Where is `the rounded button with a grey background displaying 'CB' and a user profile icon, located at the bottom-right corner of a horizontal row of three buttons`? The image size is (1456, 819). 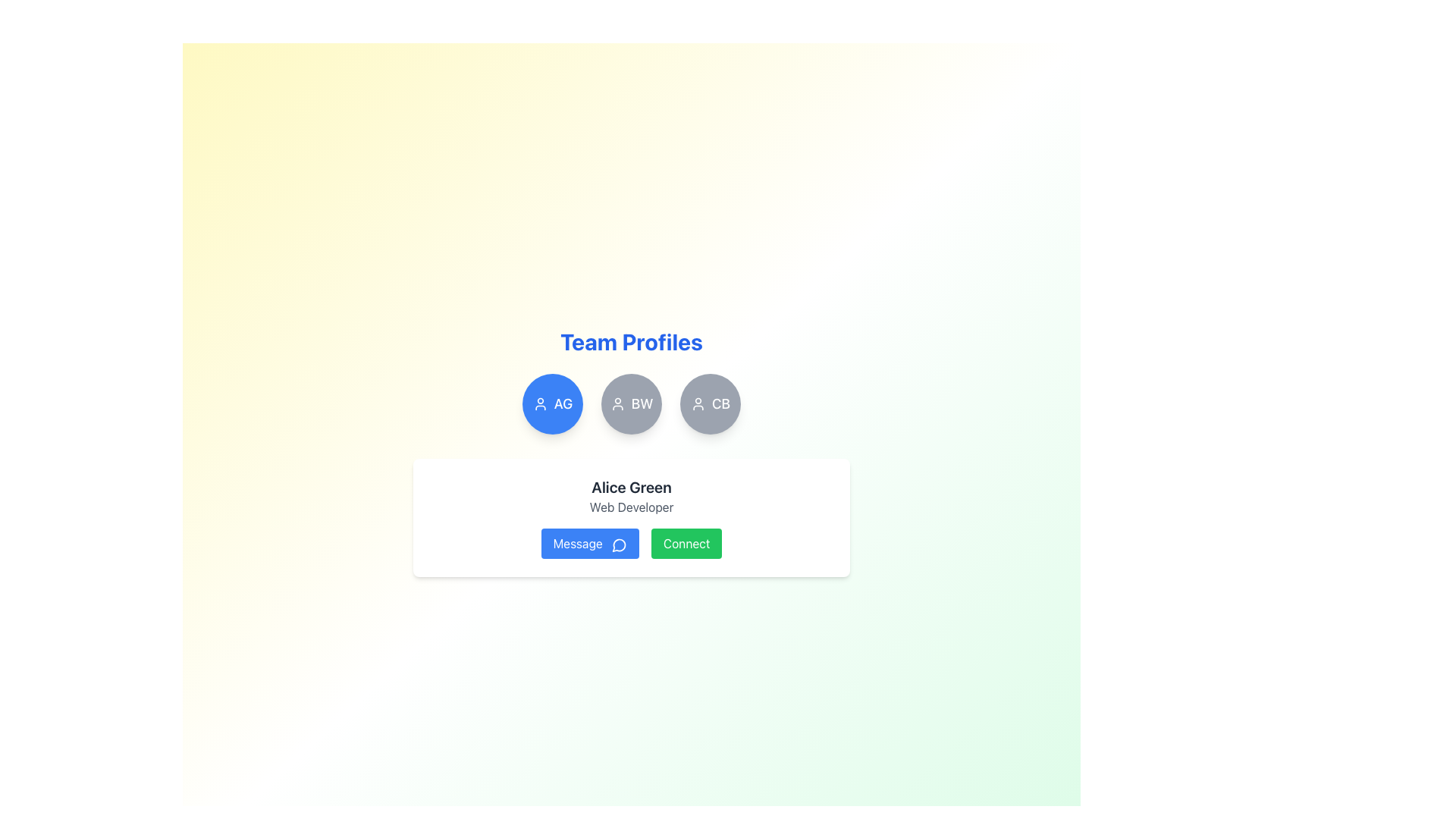 the rounded button with a grey background displaying 'CB' and a user profile icon, located at the bottom-right corner of a horizontal row of three buttons is located at coordinates (709, 403).